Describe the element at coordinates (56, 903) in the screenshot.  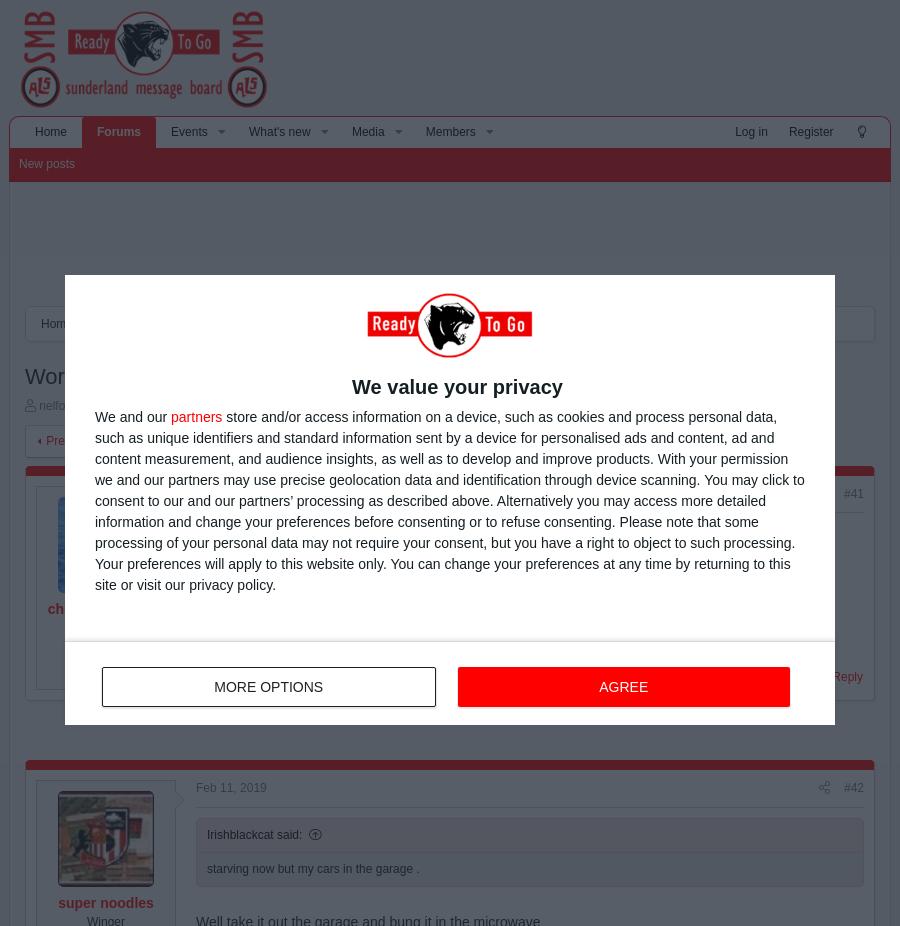
I see `'super noodles'` at that location.